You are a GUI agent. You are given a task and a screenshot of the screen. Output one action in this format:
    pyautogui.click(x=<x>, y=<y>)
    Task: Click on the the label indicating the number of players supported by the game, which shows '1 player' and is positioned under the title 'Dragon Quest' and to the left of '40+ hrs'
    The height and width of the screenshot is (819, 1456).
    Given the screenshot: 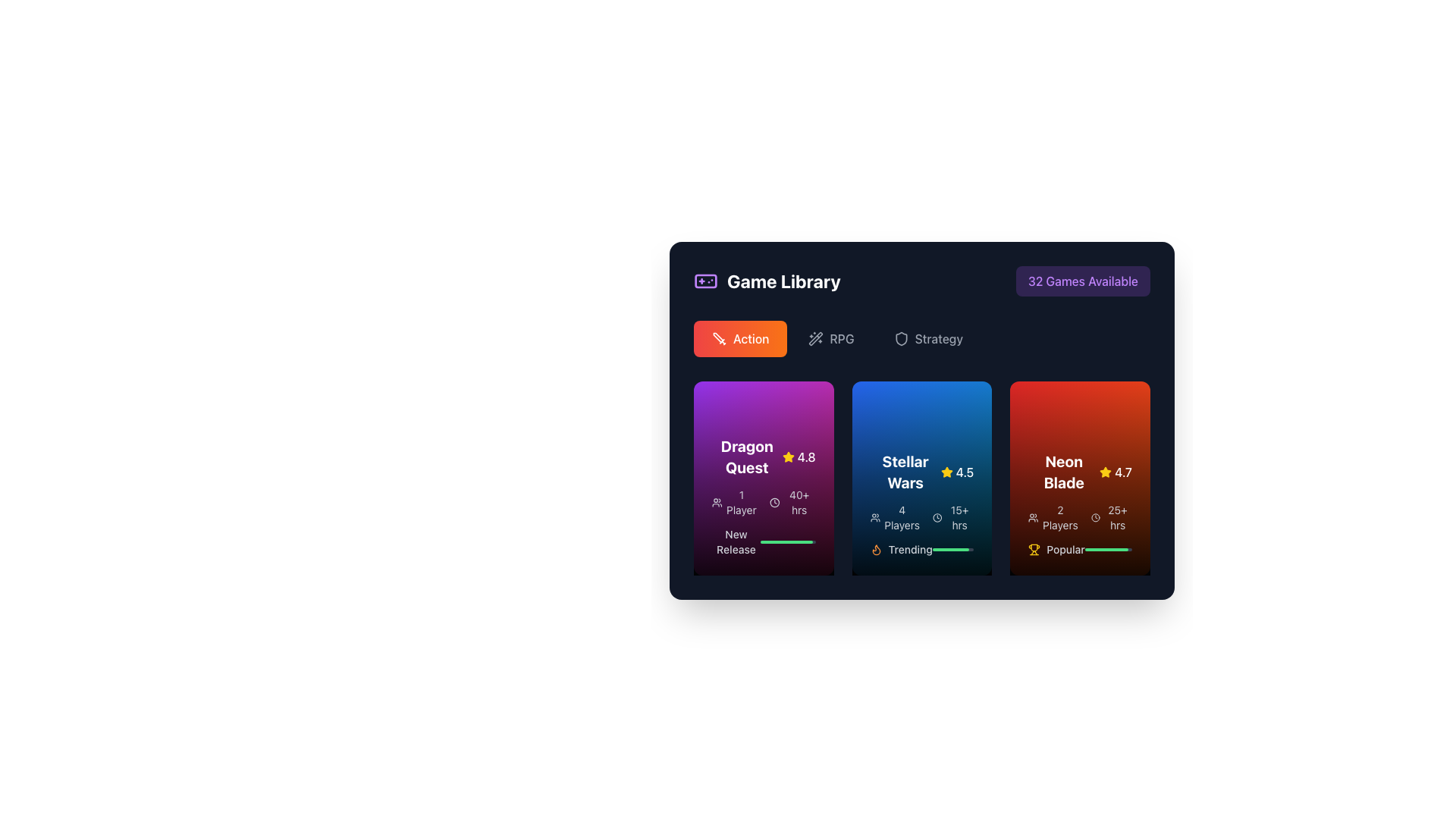 What is the action you would take?
    pyautogui.click(x=735, y=503)
    